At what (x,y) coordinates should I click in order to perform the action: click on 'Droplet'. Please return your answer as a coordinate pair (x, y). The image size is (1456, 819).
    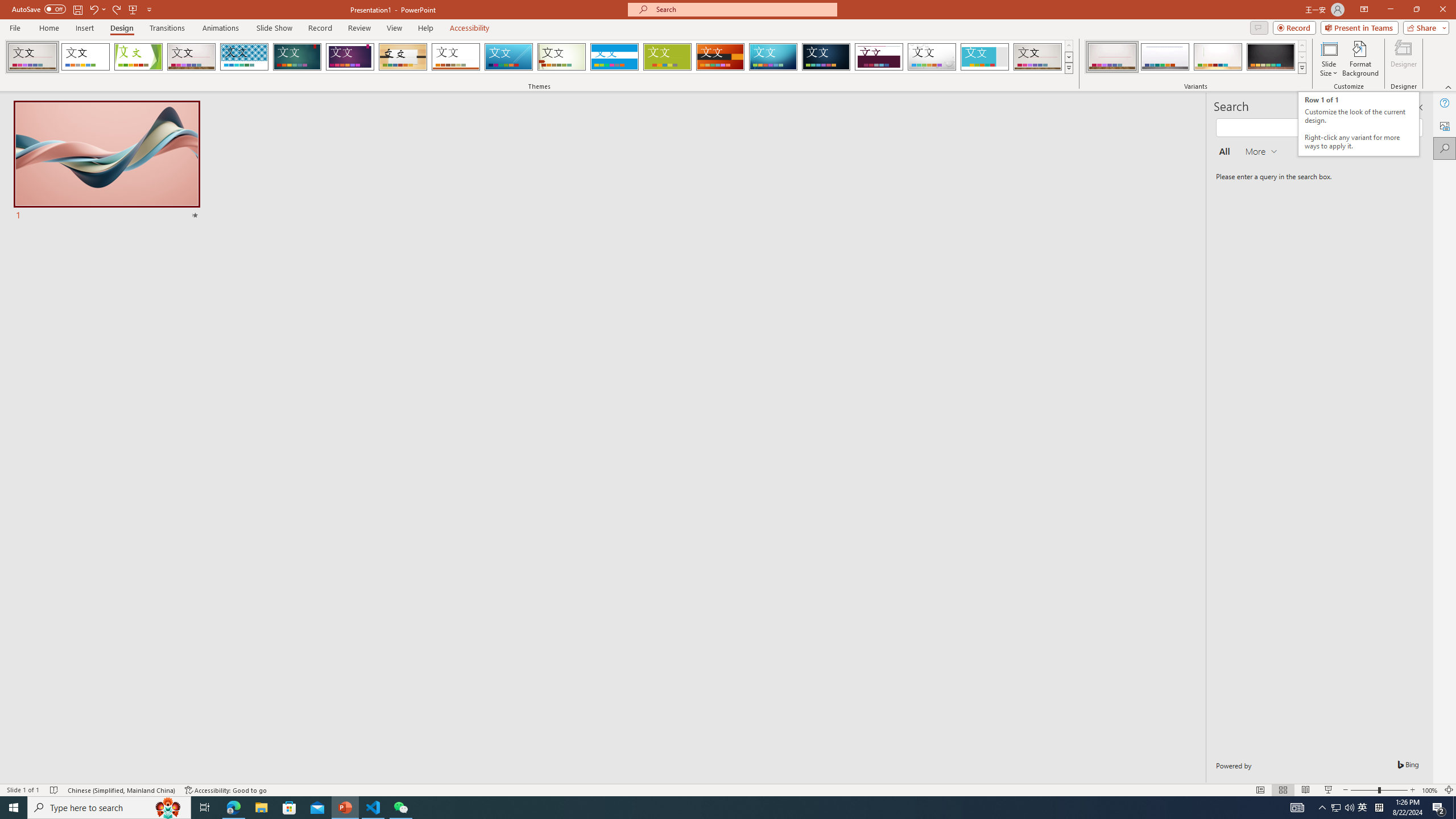
    Looking at the image, I should click on (932, 56).